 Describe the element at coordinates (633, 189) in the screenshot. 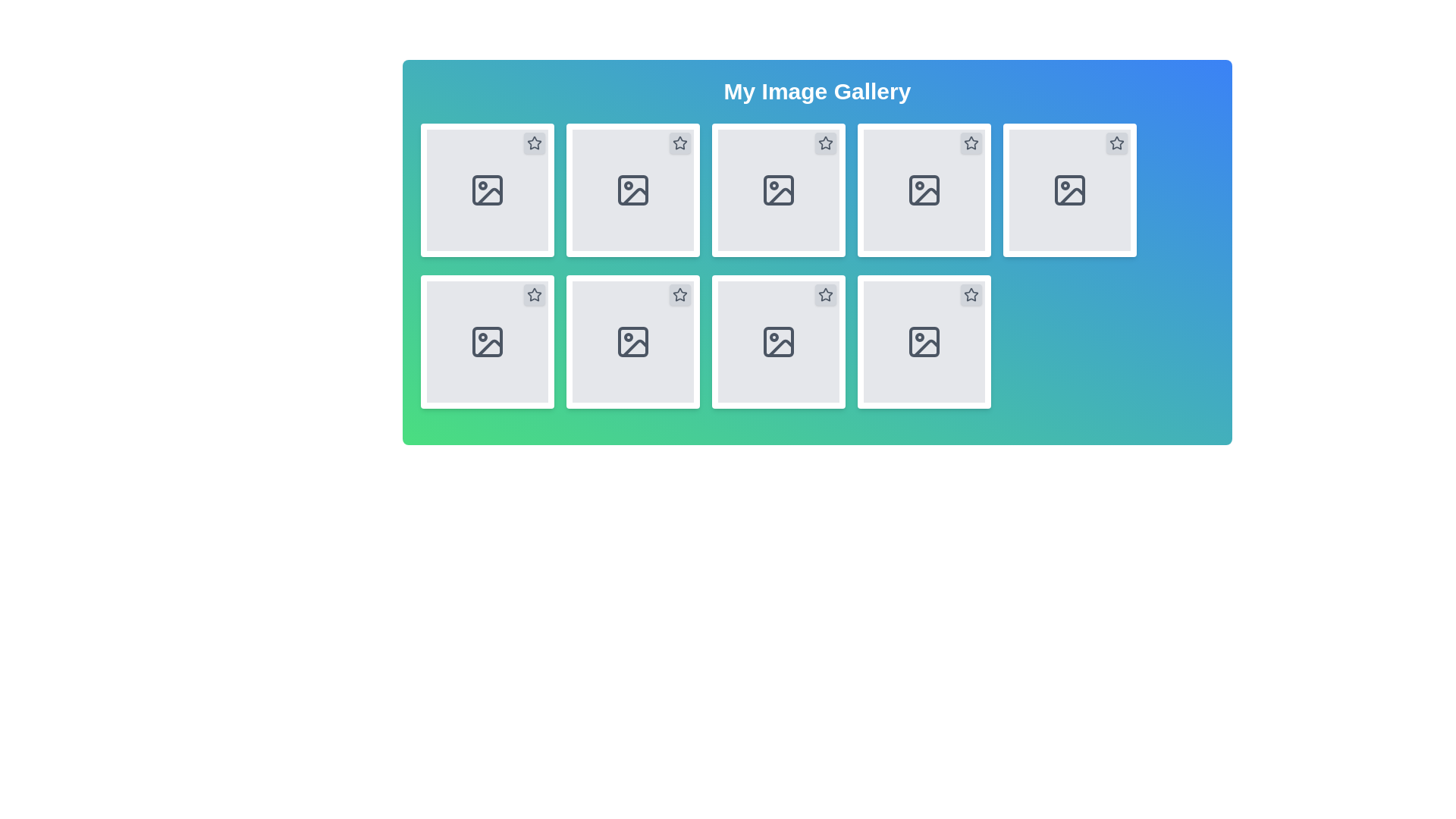

I see `the minimalist image icon with rounded edges and dark gray outlines located in the second column of the first row of a 3x3 grid` at that location.